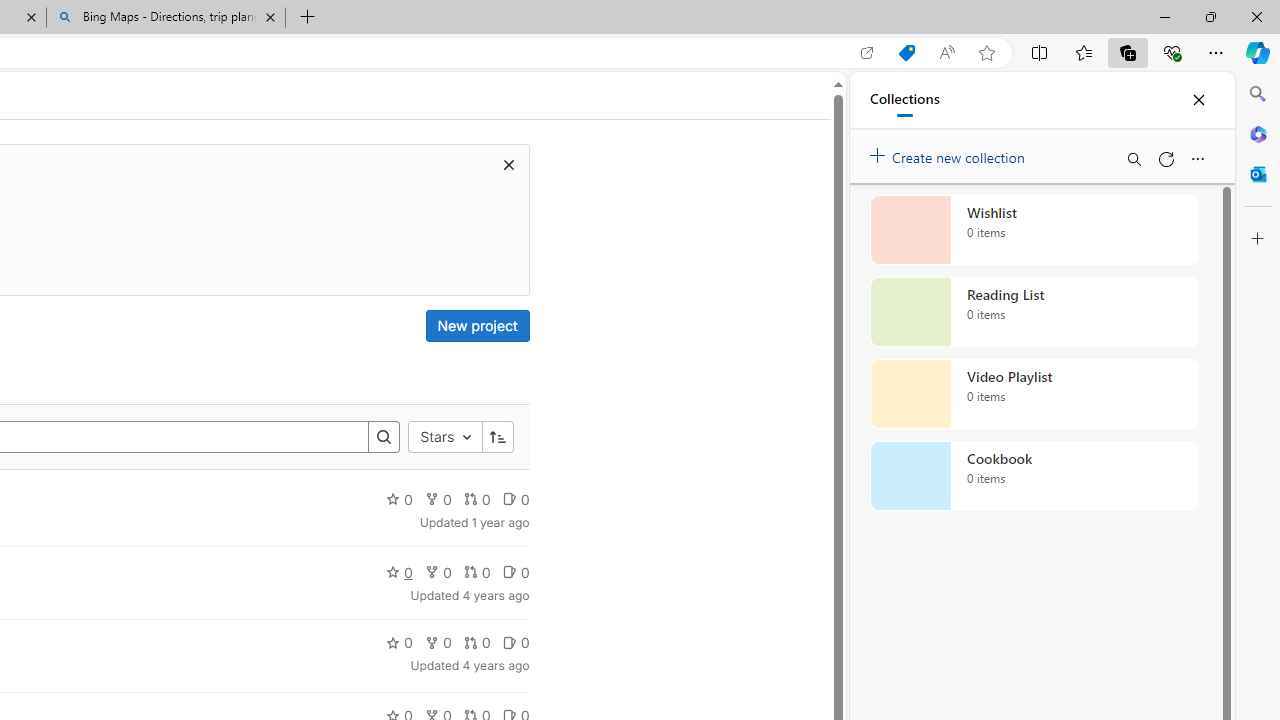  What do you see at coordinates (508, 163) in the screenshot?
I see `'Dismiss trial promotion'` at bounding box center [508, 163].